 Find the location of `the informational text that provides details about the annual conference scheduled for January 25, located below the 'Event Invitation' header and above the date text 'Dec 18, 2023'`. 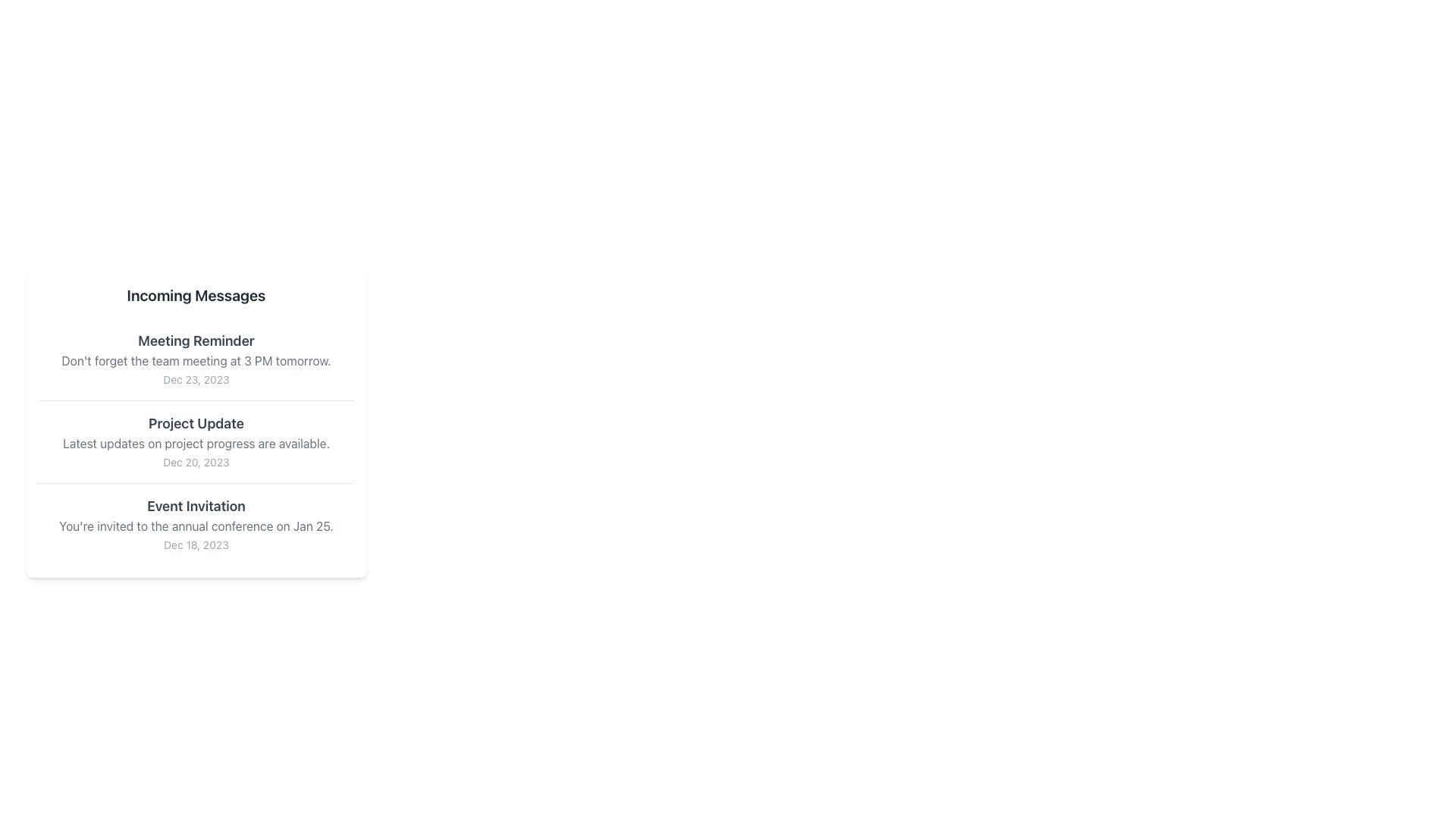

the informational text that provides details about the annual conference scheduled for January 25, located below the 'Event Invitation' header and above the date text 'Dec 18, 2023' is located at coordinates (196, 526).